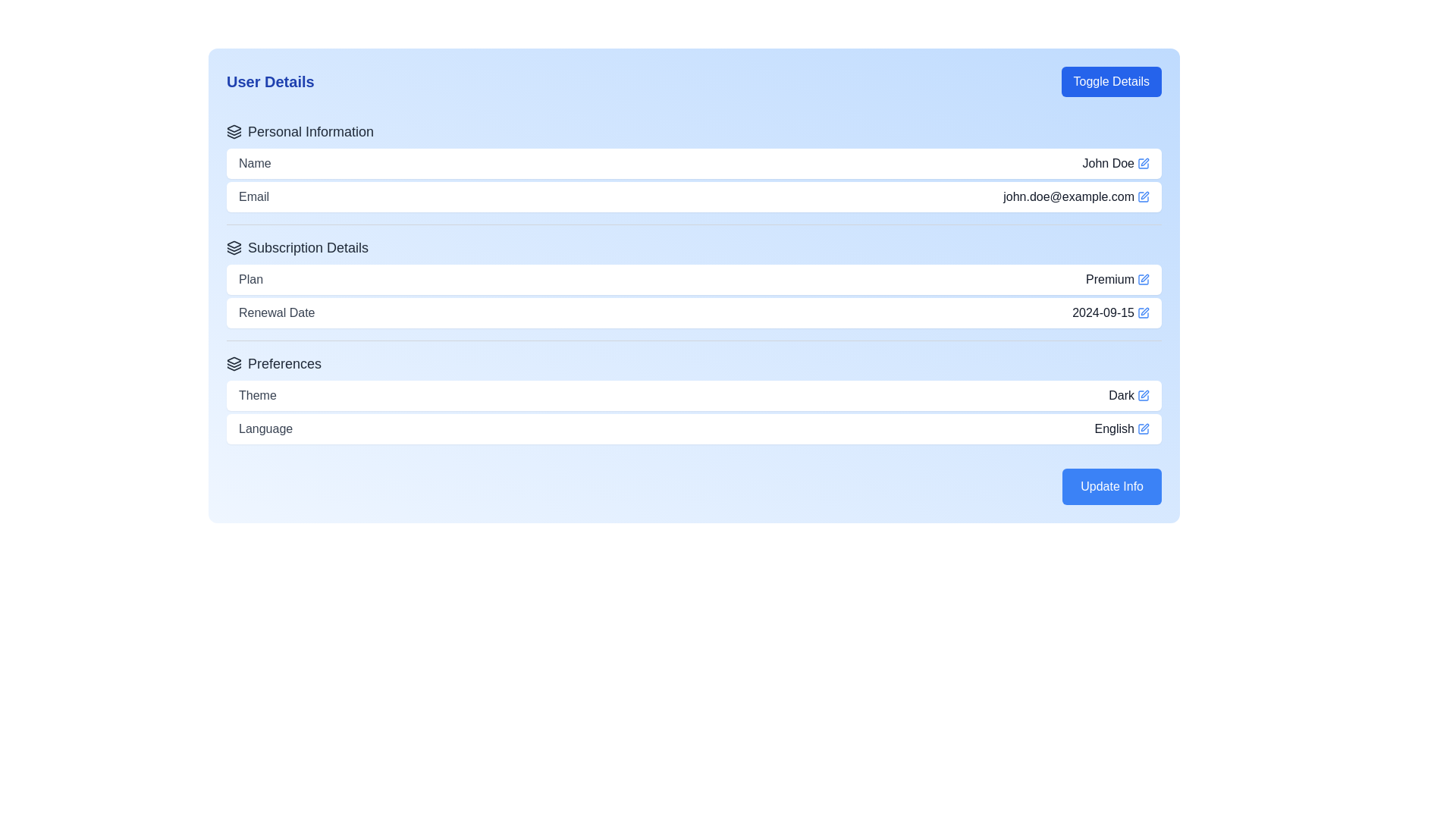 The height and width of the screenshot is (819, 1456). What do you see at coordinates (233, 130) in the screenshot?
I see `the icon representing 'layers' or 'stacked items', which is a black outline icon located to the left of the 'Personal Information' text label in the 'User Details' interface` at bounding box center [233, 130].